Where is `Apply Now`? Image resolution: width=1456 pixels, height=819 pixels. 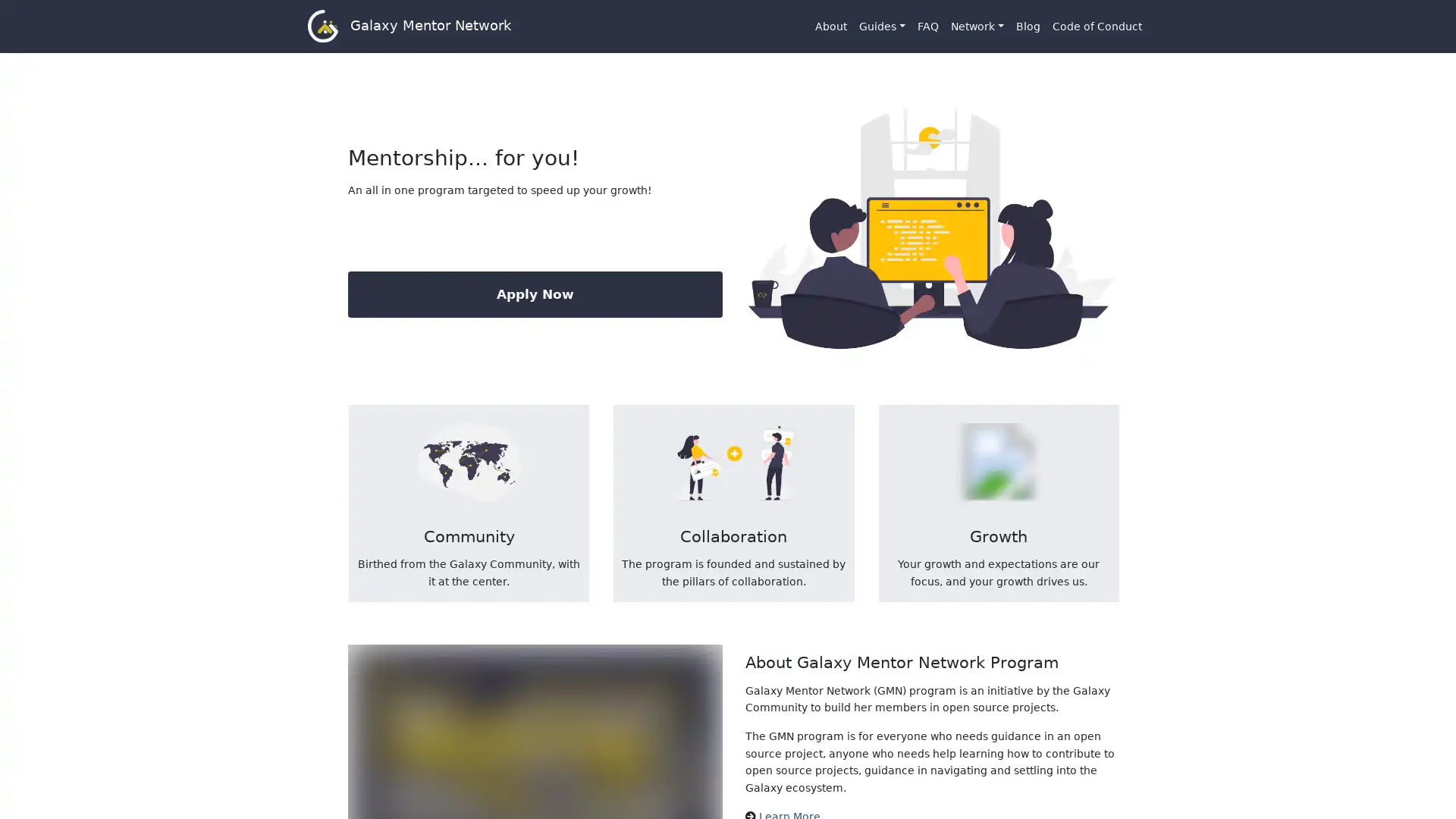
Apply Now is located at coordinates (535, 294).